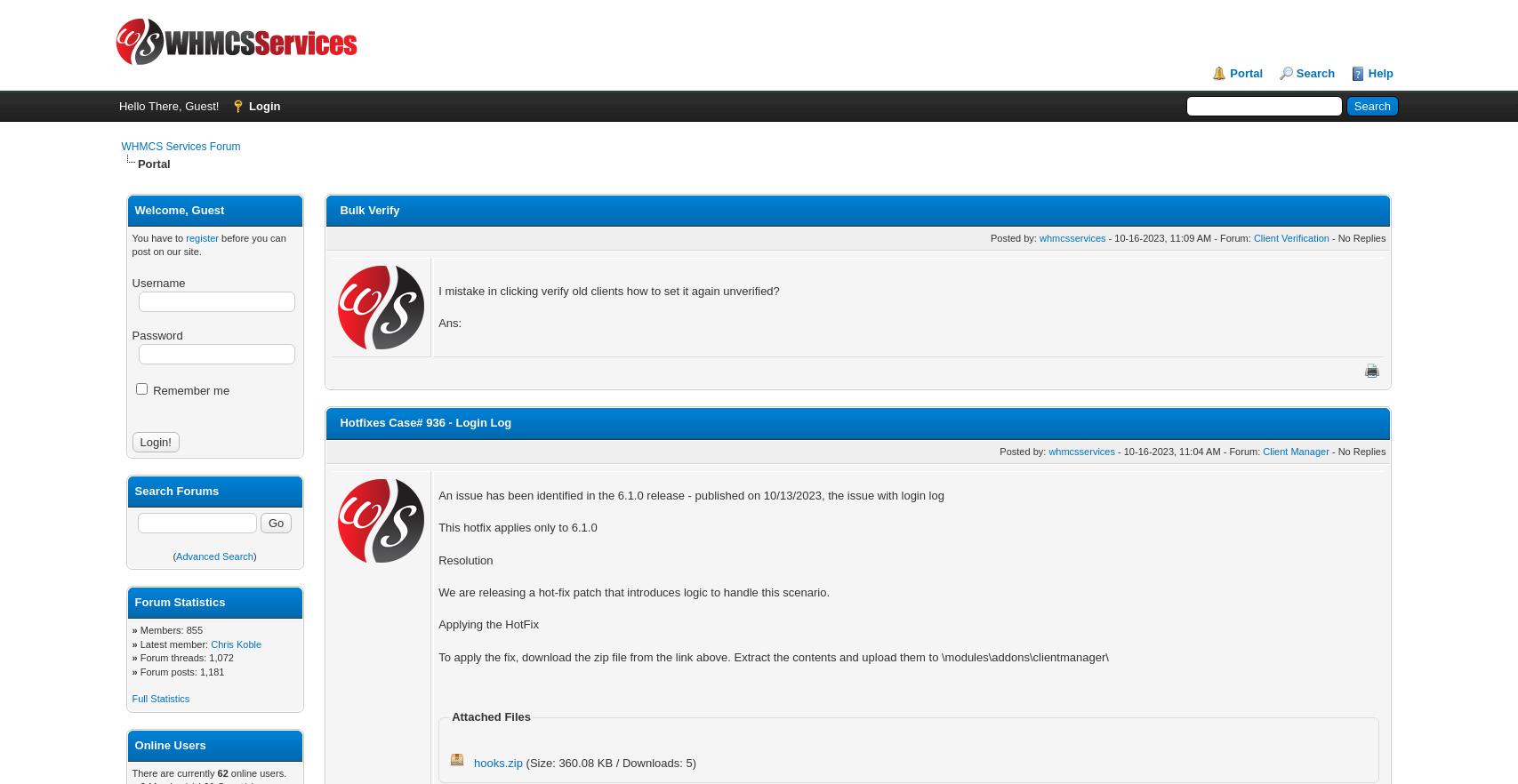 This screenshot has width=1518, height=784. Describe the element at coordinates (1104, 236) in the screenshot. I see `'- 10-16-2023, 11:09 AM - Forum:'` at that location.